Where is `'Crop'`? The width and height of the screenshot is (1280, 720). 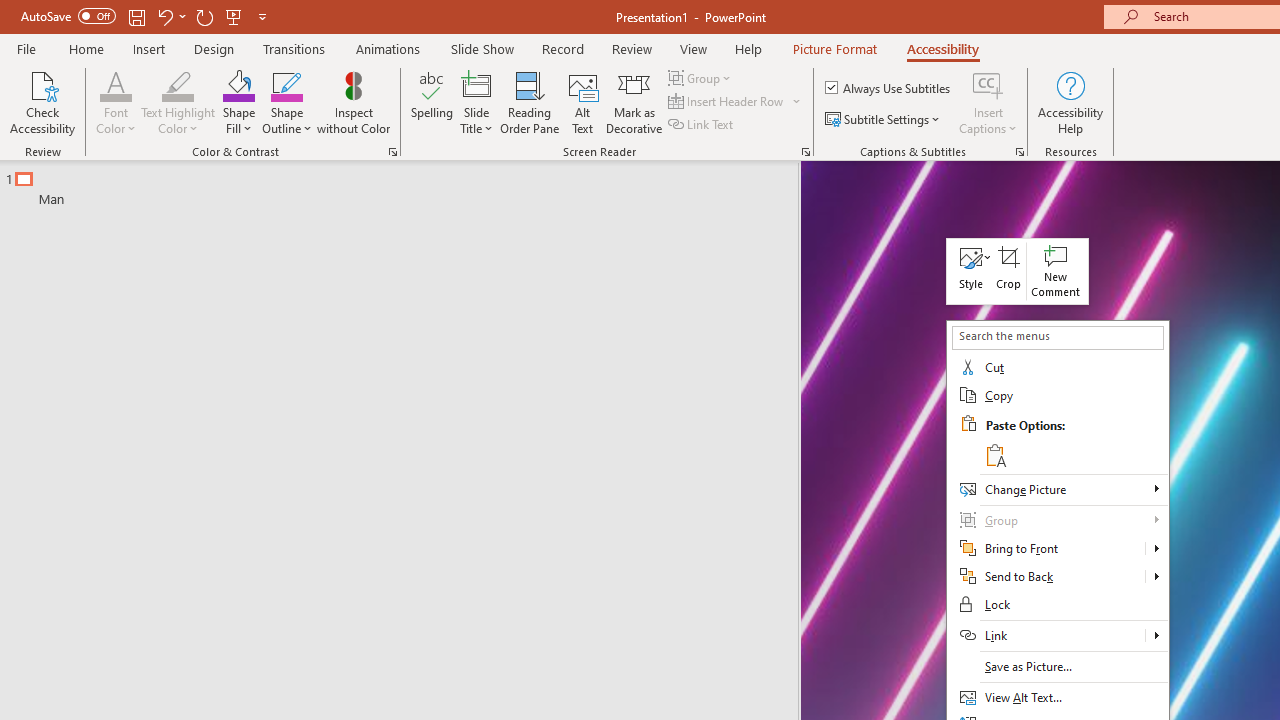
'Crop' is located at coordinates (1009, 271).